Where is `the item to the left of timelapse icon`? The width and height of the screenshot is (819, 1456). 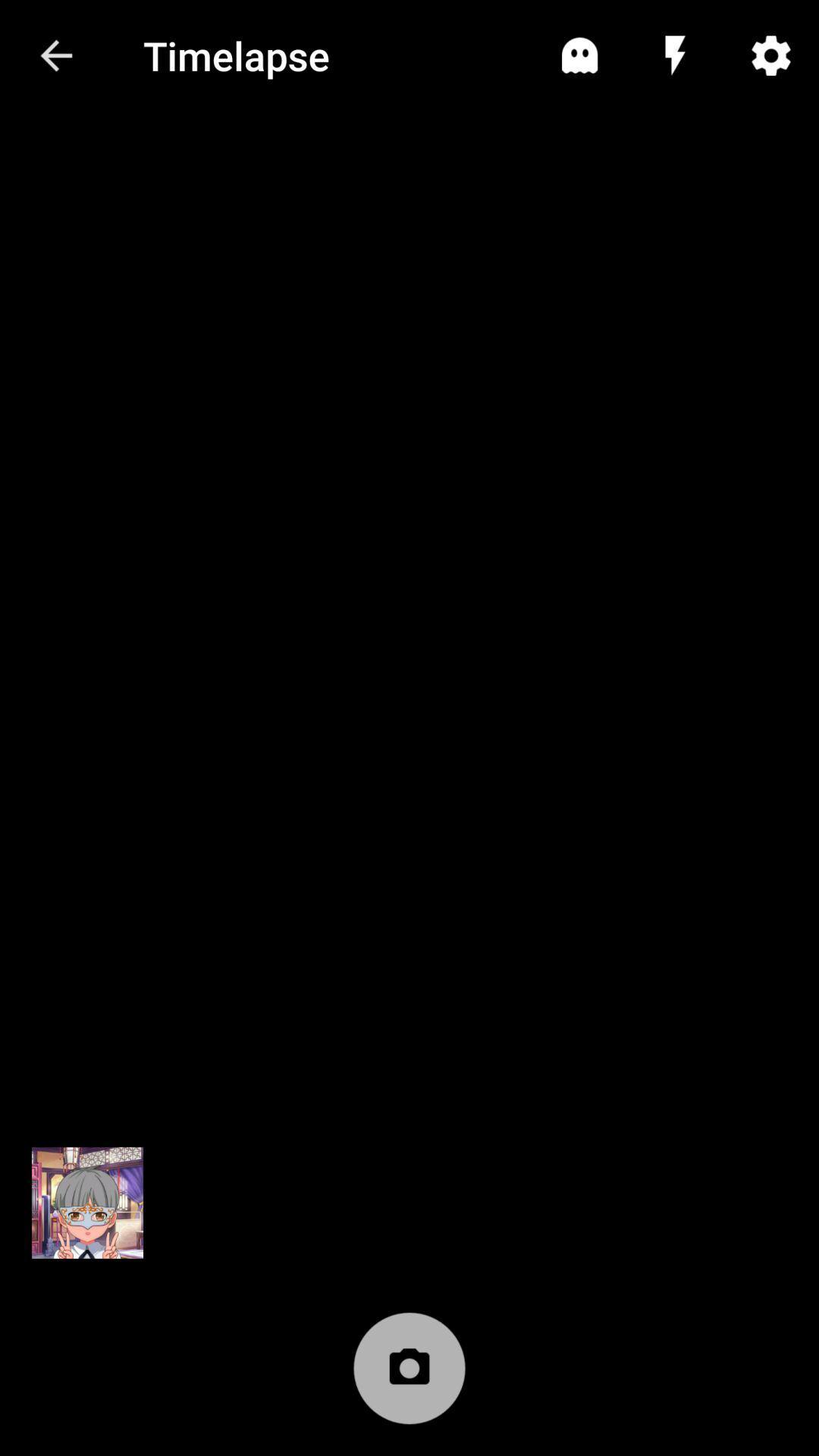
the item to the left of timelapse icon is located at coordinates (55, 55).